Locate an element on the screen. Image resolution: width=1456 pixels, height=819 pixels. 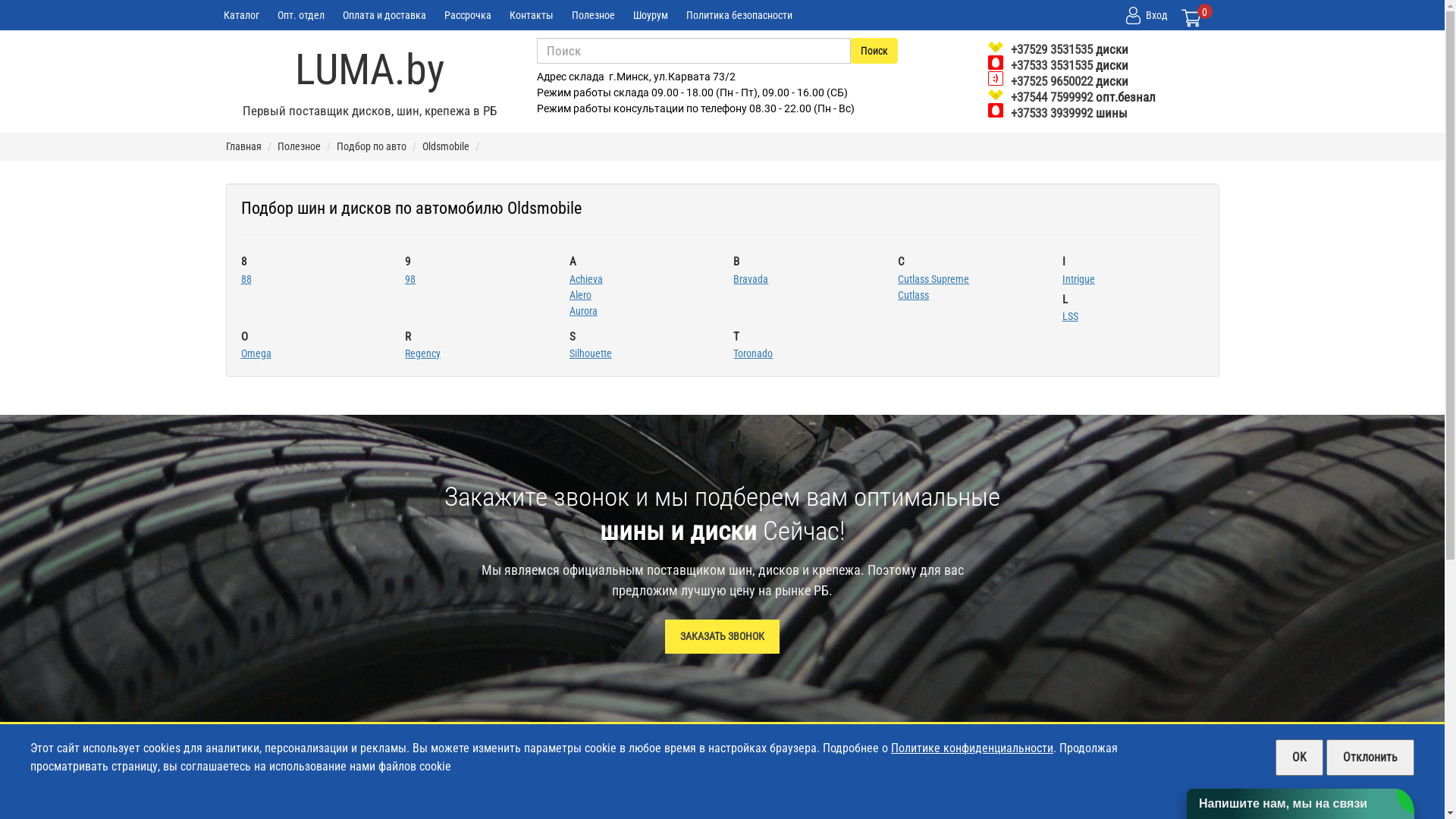
'Intrigue' is located at coordinates (1078, 278).